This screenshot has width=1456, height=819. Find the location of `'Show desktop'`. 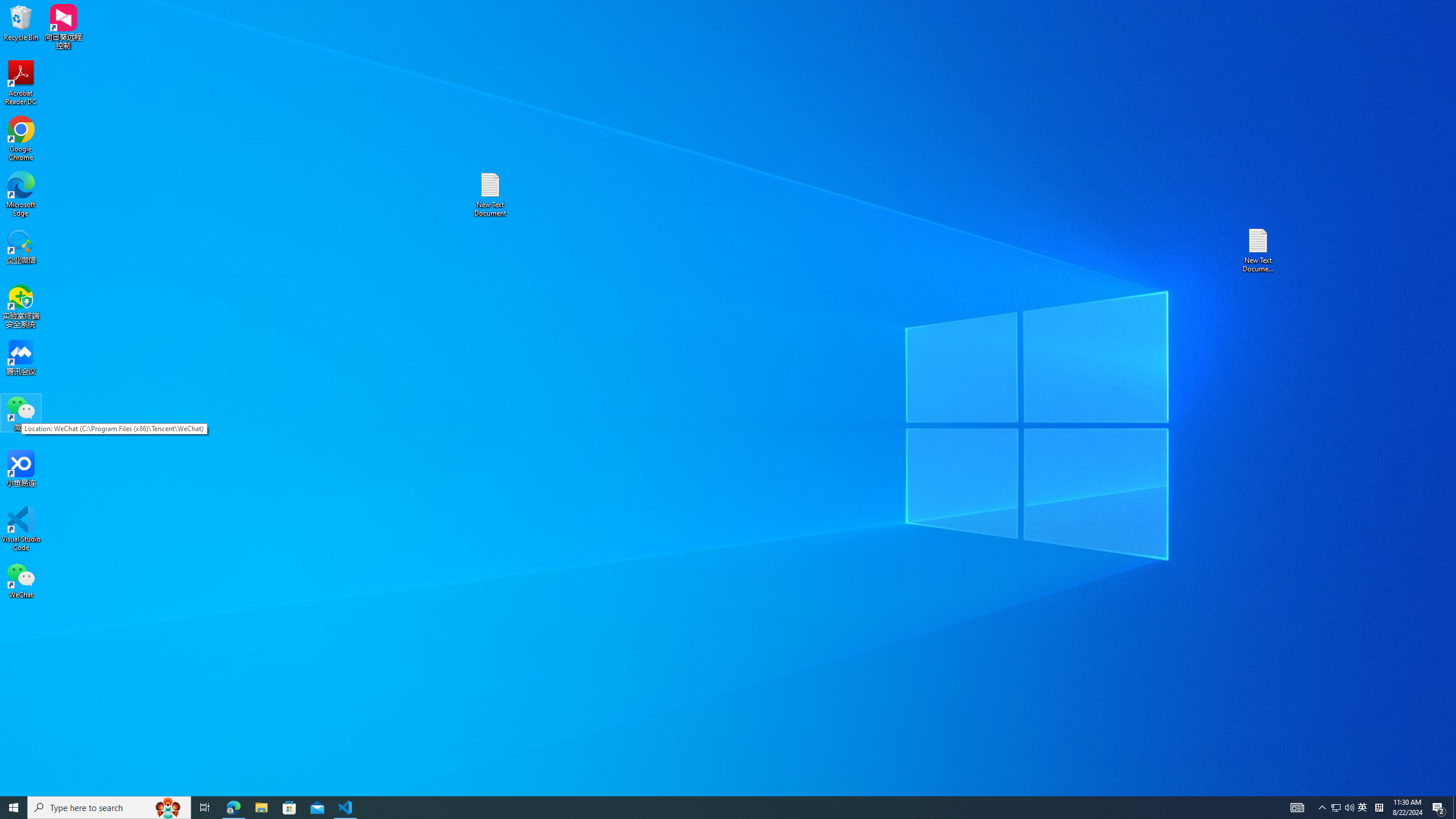

'Show desktop' is located at coordinates (1454, 806).